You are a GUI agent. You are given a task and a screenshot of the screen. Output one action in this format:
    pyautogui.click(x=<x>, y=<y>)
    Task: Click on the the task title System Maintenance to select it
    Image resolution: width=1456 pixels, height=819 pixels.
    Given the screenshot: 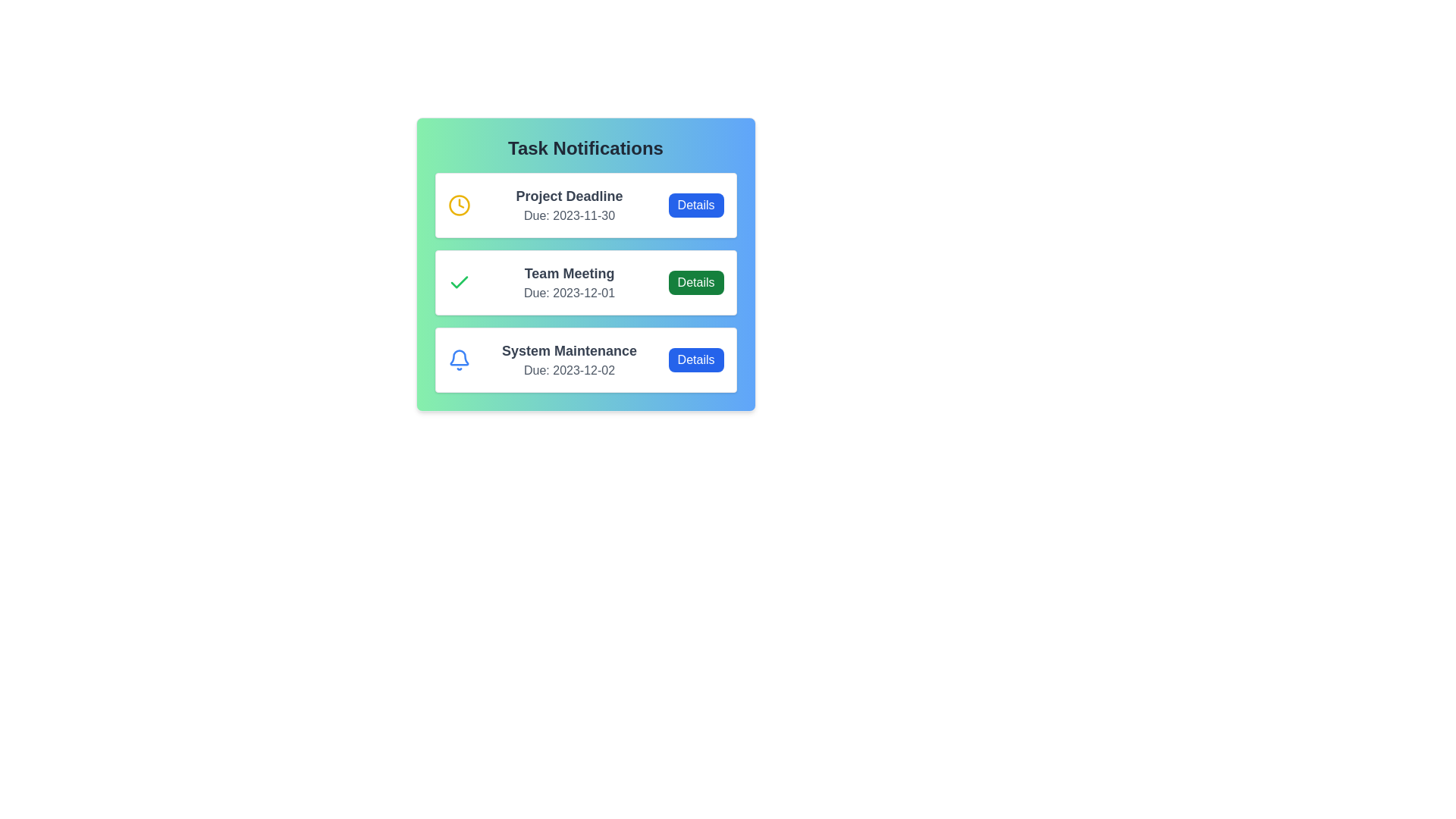 What is the action you would take?
    pyautogui.click(x=569, y=350)
    